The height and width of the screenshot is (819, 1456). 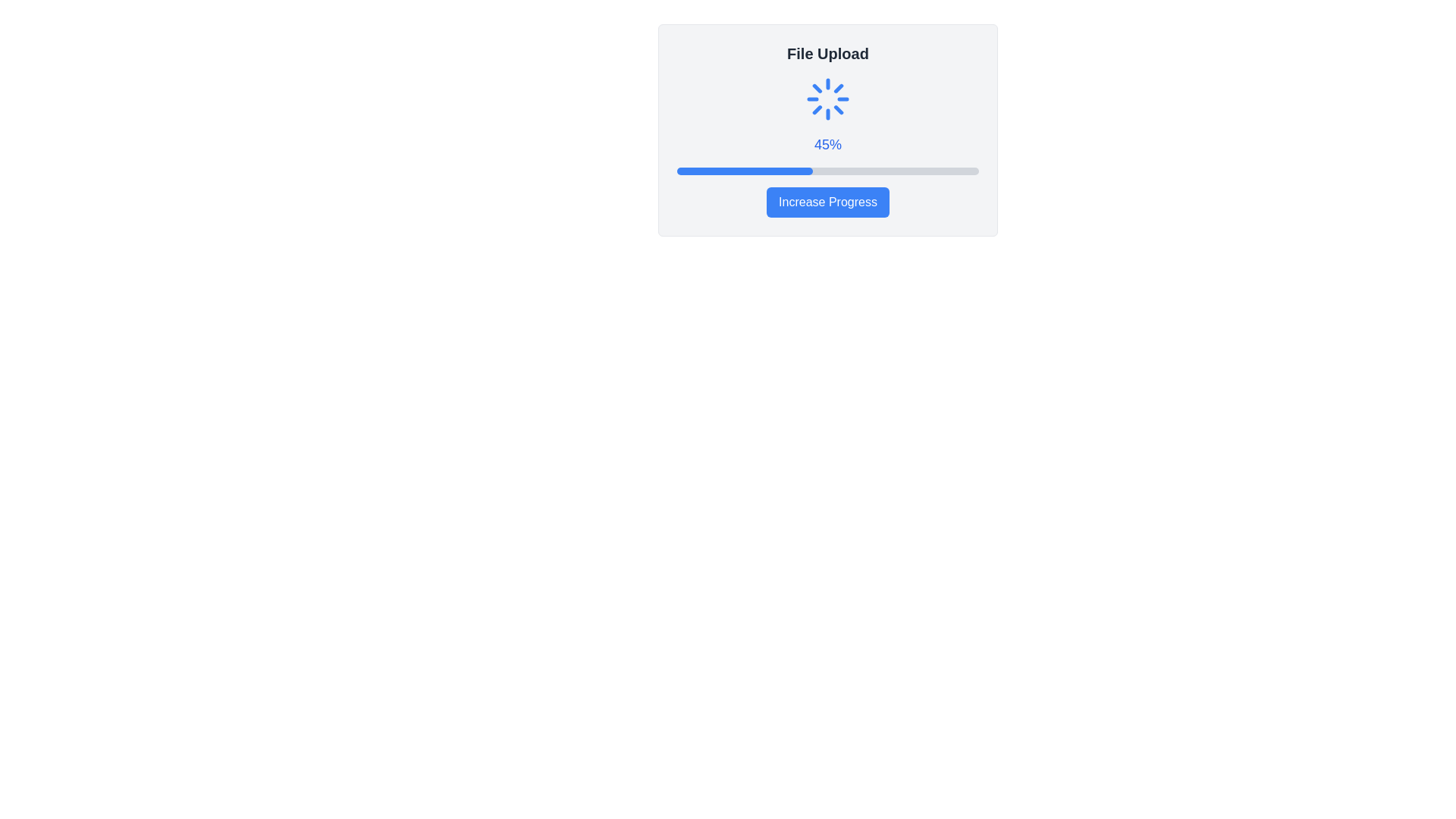 I want to click on the small line forming a downward slope to the left, part of the animated blue loader icon located above the 'File Upload' progress bar, so click(x=833, y=85).